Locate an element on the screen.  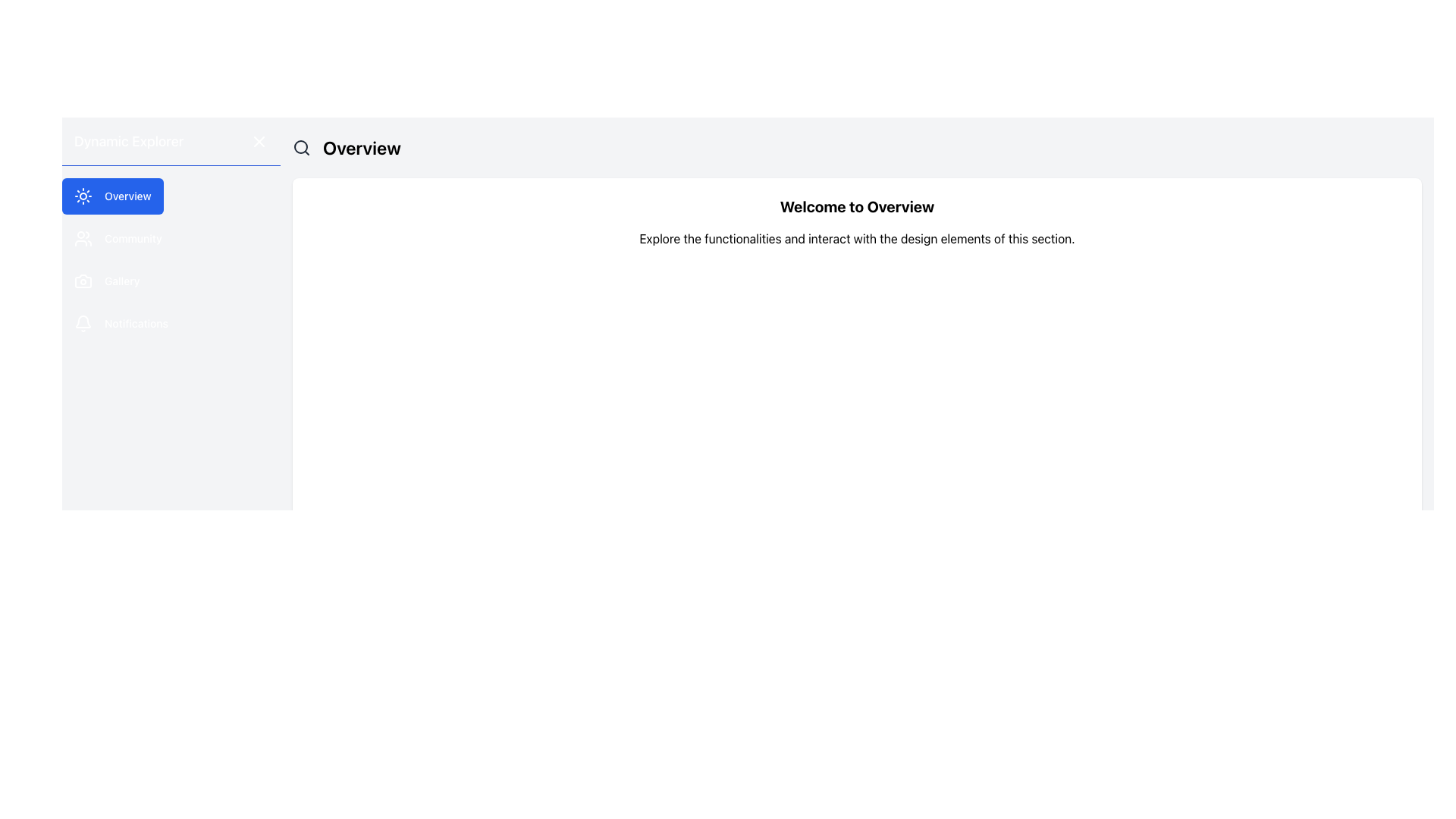
the gallery or camera icon located as the second item from the top in the left navigation menu is located at coordinates (83, 281).